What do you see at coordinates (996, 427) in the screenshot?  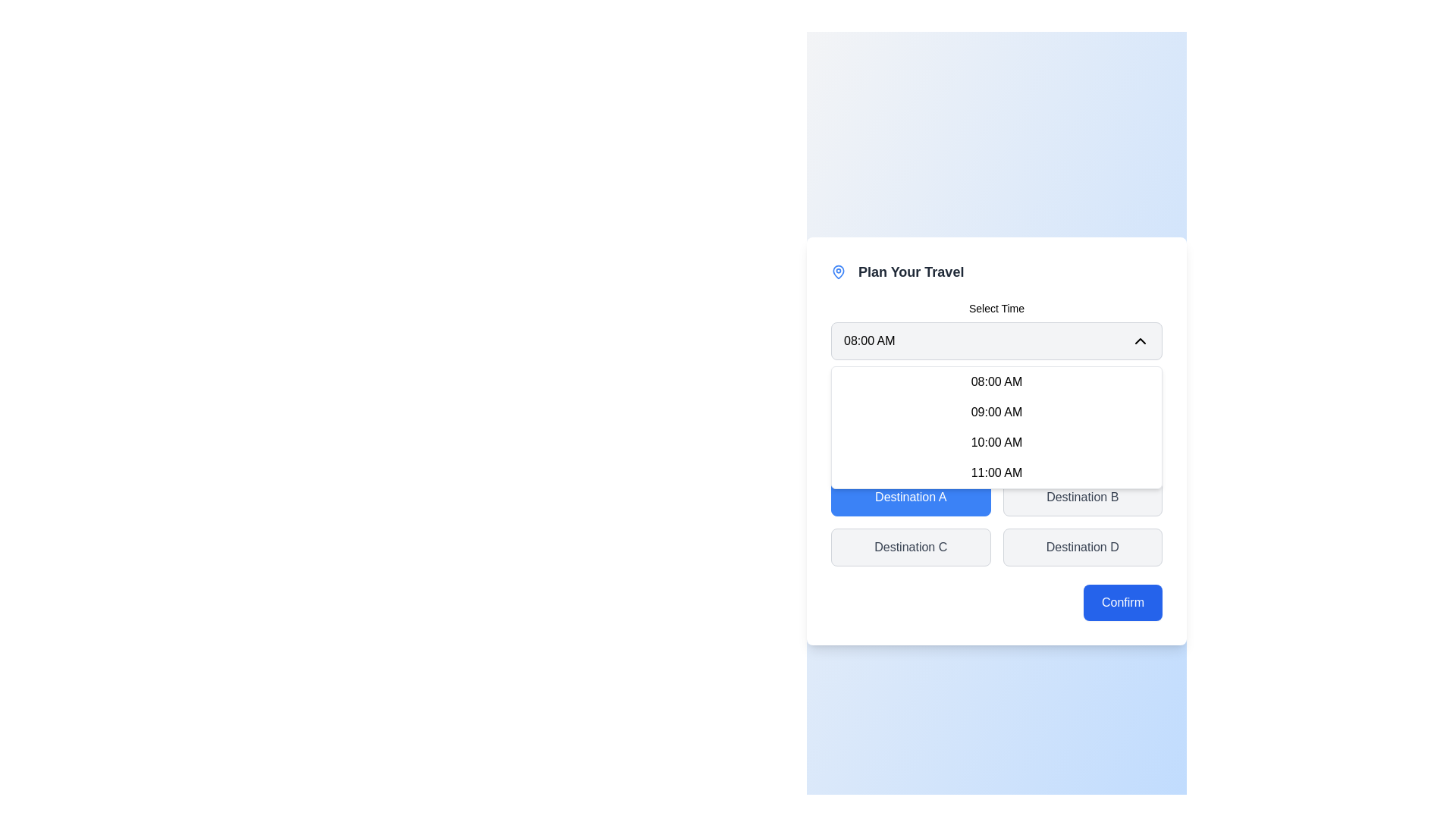 I see `keyboard navigation` at bounding box center [996, 427].